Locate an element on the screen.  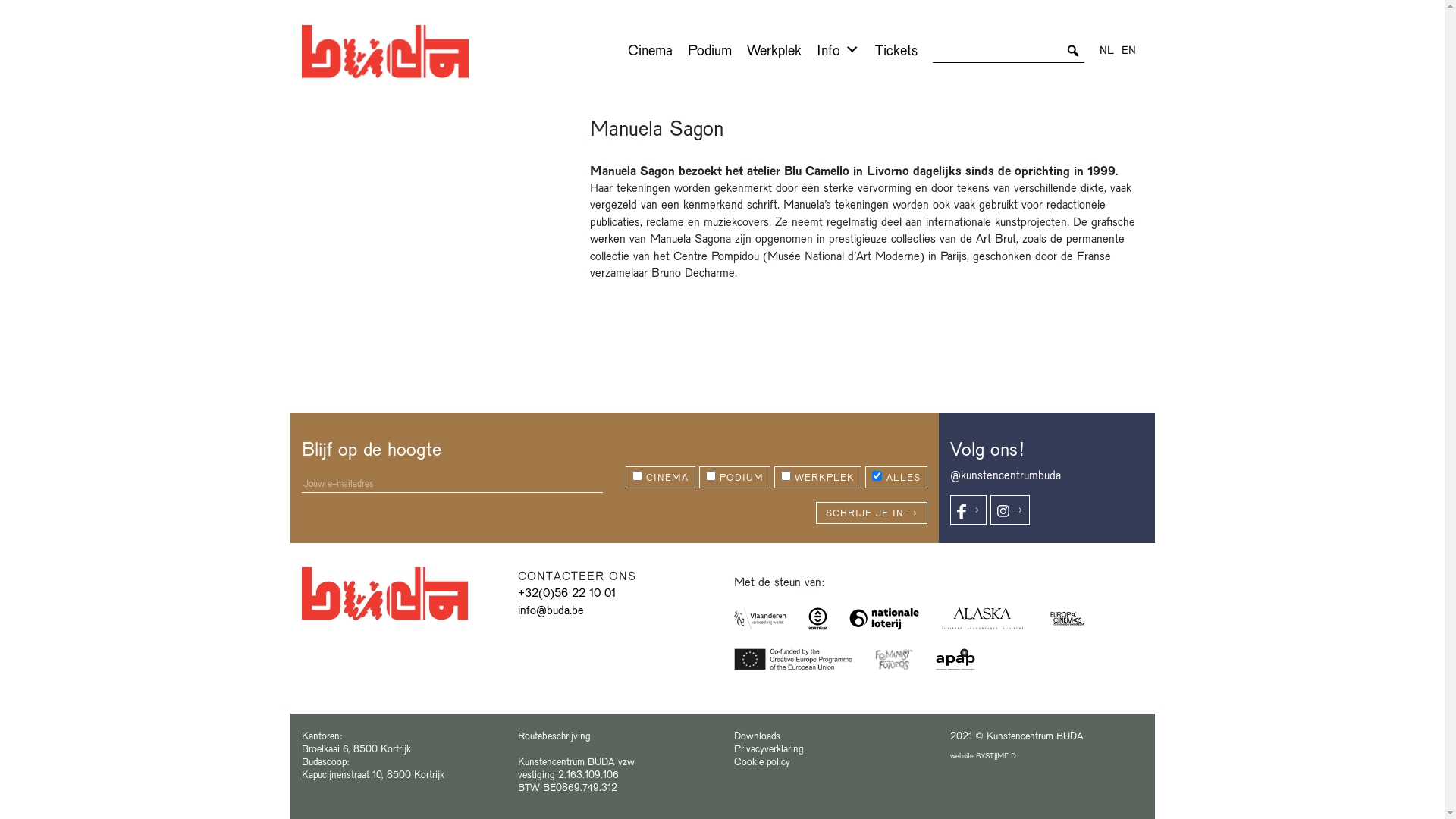
'+32(0)56 22 10 01' is located at coordinates (565, 591).